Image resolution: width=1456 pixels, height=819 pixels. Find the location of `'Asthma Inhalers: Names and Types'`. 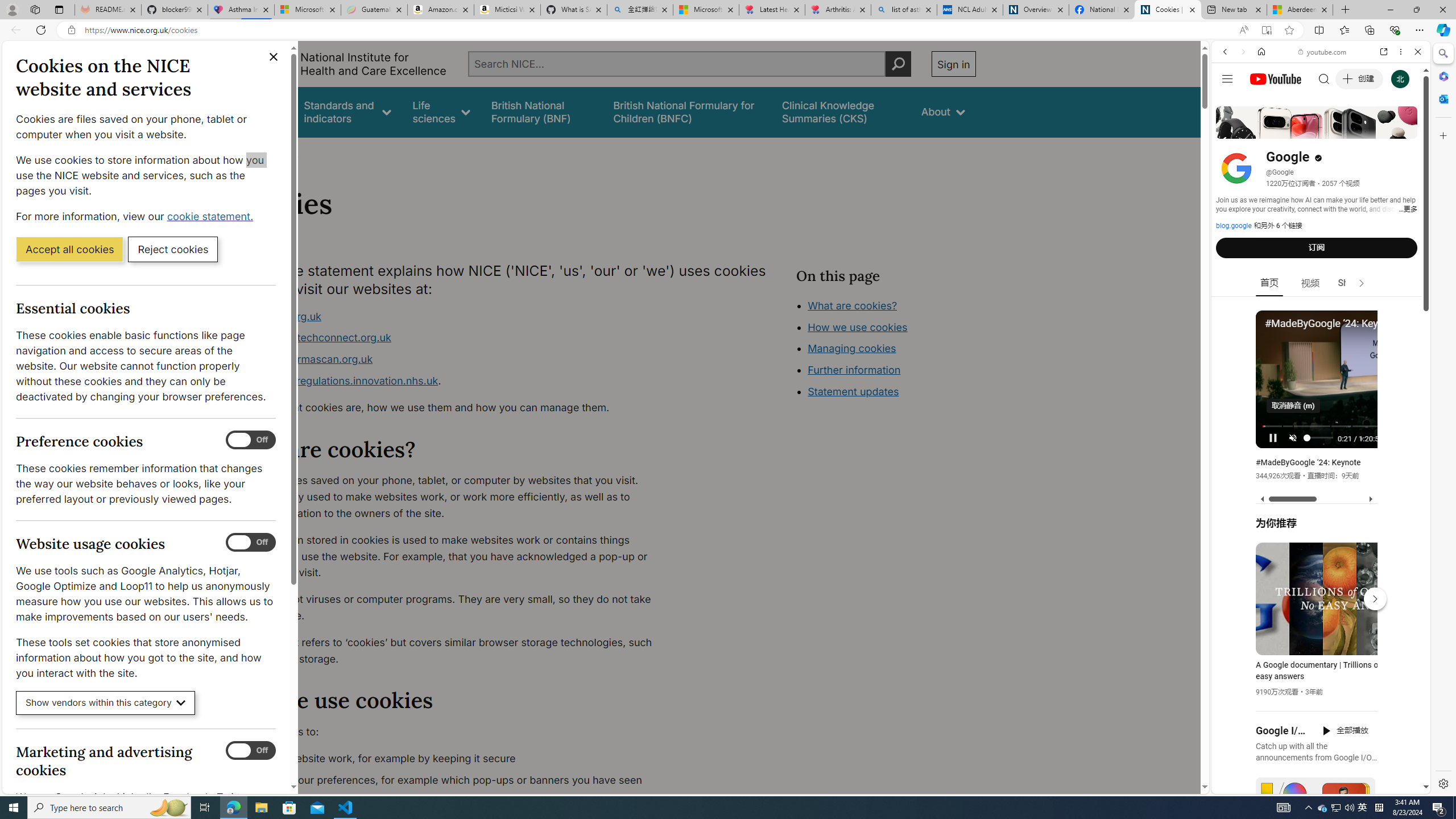

'Asthma Inhalers: Names and Types' is located at coordinates (241, 9).